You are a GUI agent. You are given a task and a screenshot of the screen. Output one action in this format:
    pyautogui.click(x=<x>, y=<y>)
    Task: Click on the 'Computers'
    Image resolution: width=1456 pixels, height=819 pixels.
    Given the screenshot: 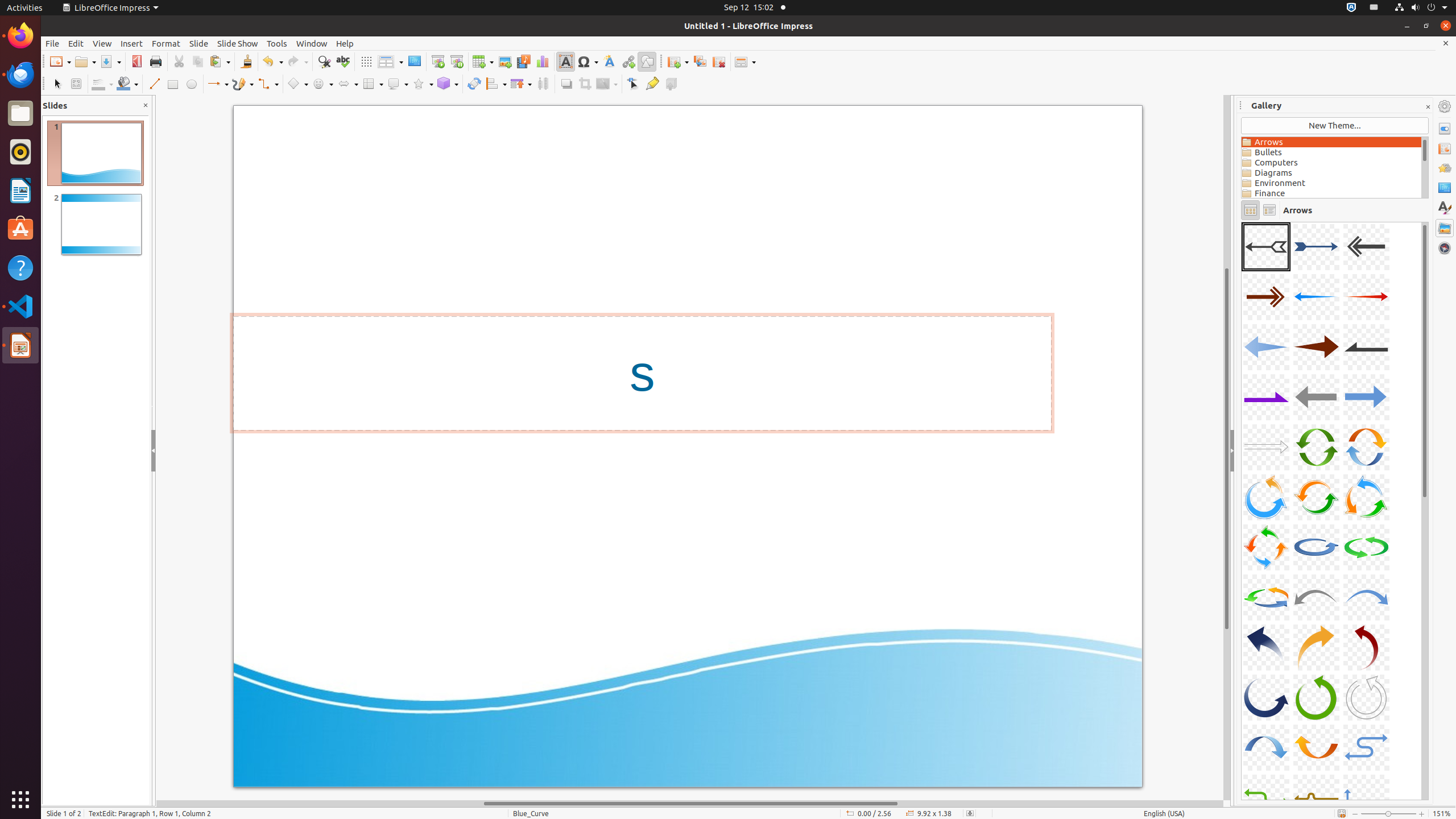 What is the action you would take?
    pyautogui.click(x=1331, y=162)
    